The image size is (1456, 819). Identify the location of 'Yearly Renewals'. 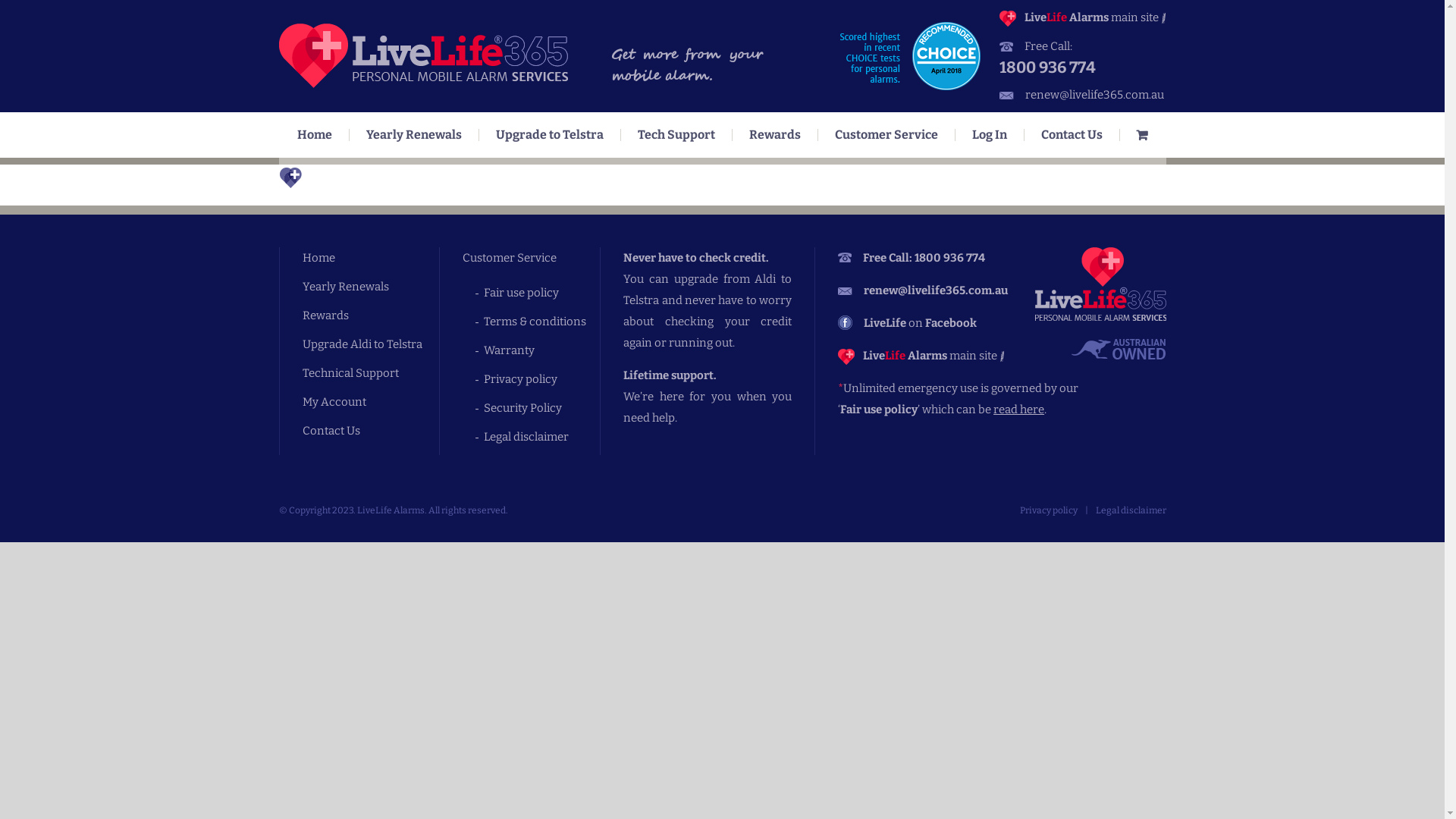
(413, 133).